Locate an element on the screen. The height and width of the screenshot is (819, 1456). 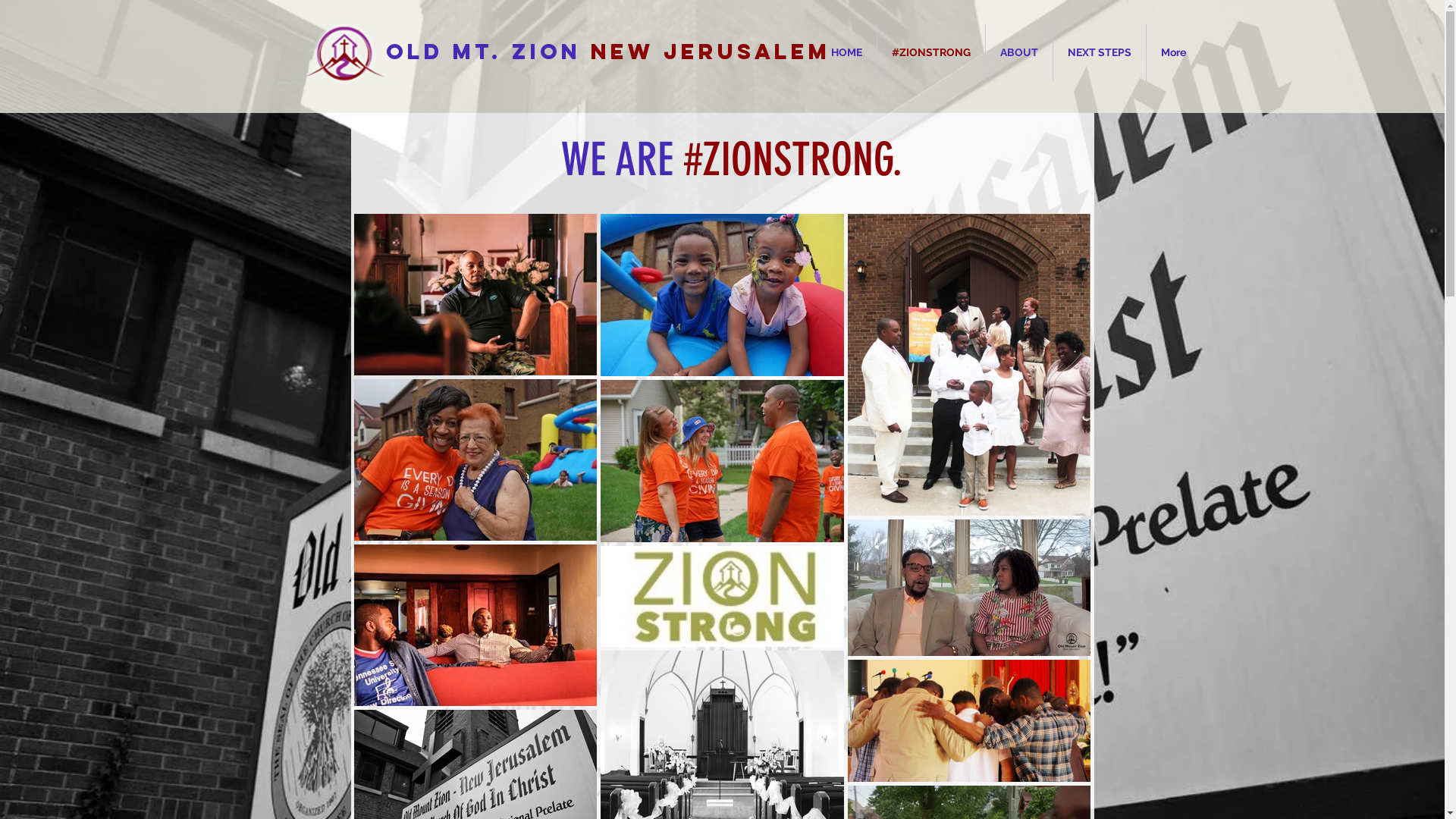
'#ZIONSTRONG' is located at coordinates (877, 52).